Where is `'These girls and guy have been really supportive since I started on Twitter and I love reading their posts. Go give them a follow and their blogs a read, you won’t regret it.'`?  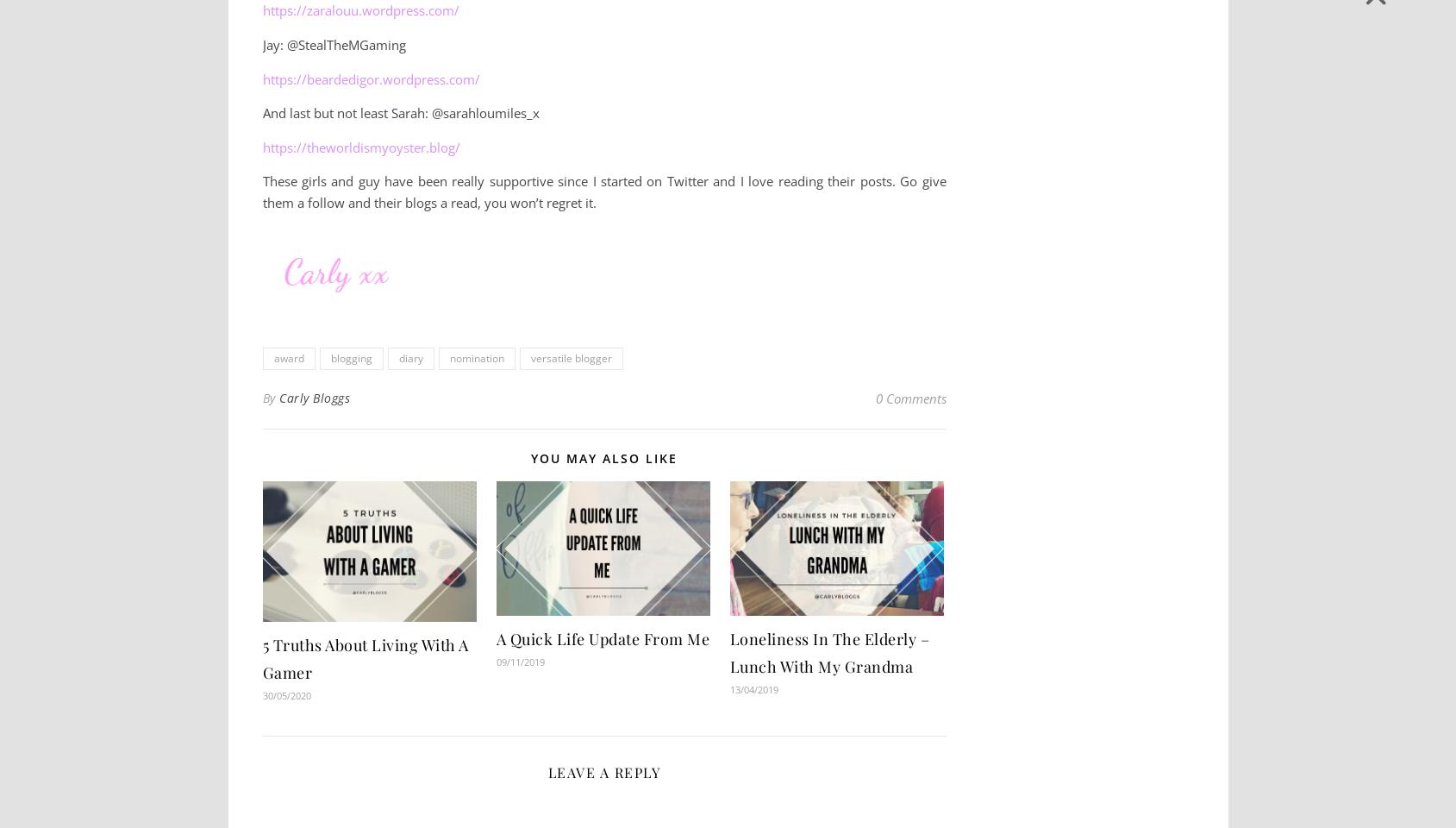
'These girls and guy have been really supportive since I started on Twitter and I love reading their posts. Go give them a follow and their blogs a read, you won’t regret it.' is located at coordinates (603, 191).